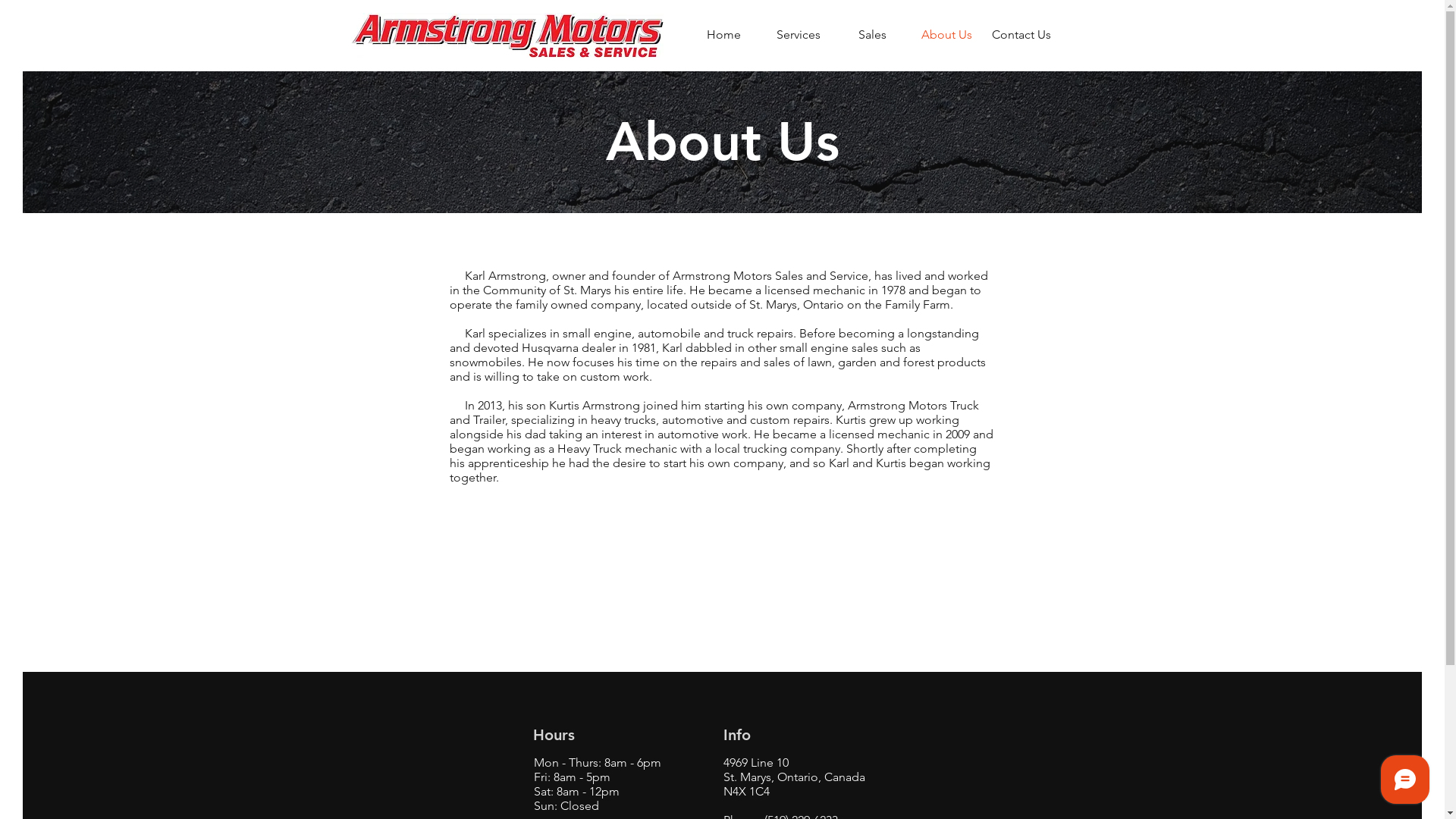 The width and height of the screenshot is (1456, 819). Describe the element at coordinates (723, 34) in the screenshot. I see `'Home'` at that location.